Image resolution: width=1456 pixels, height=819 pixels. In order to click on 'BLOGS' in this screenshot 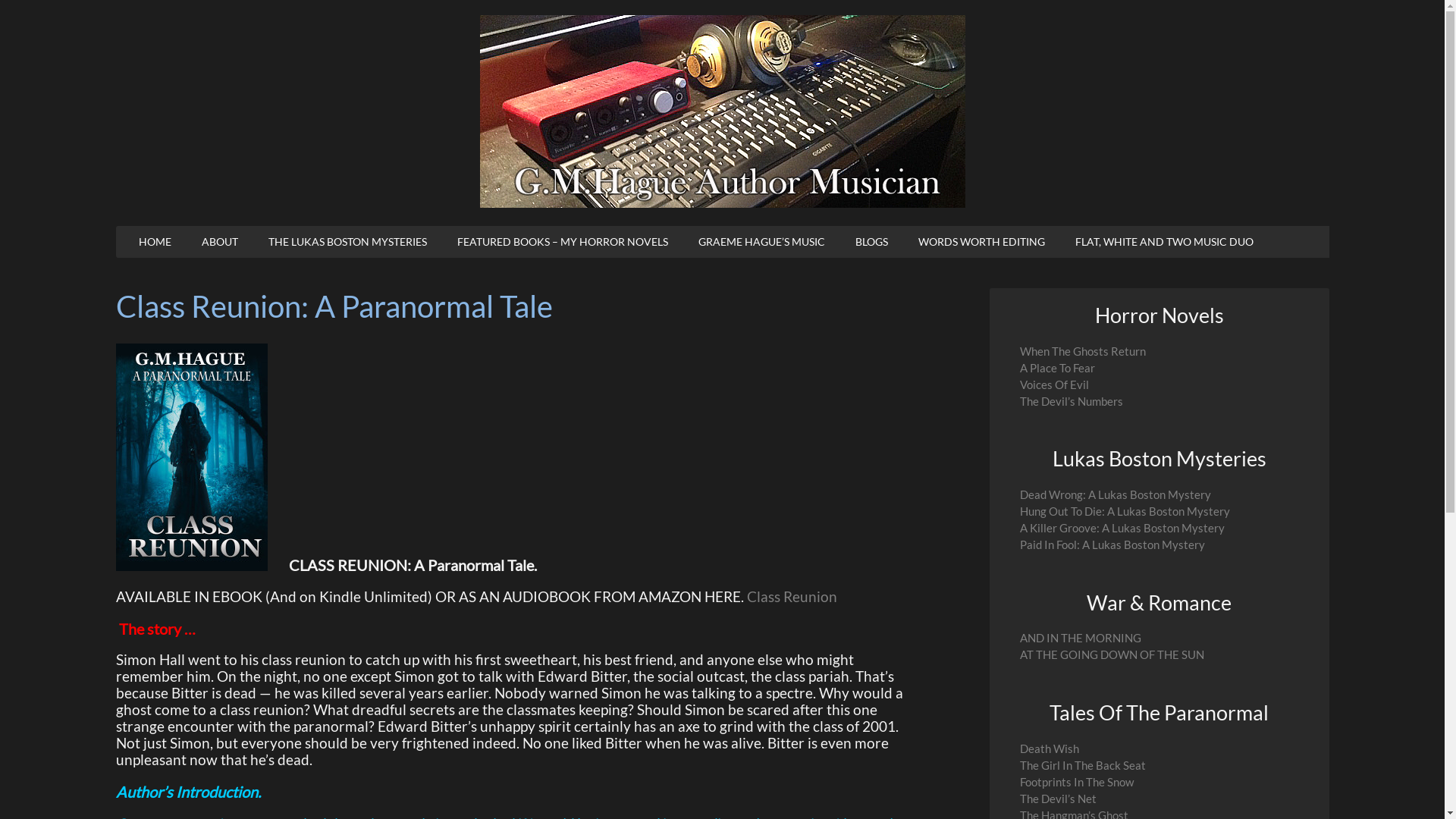, I will do `click(871, 241)`.